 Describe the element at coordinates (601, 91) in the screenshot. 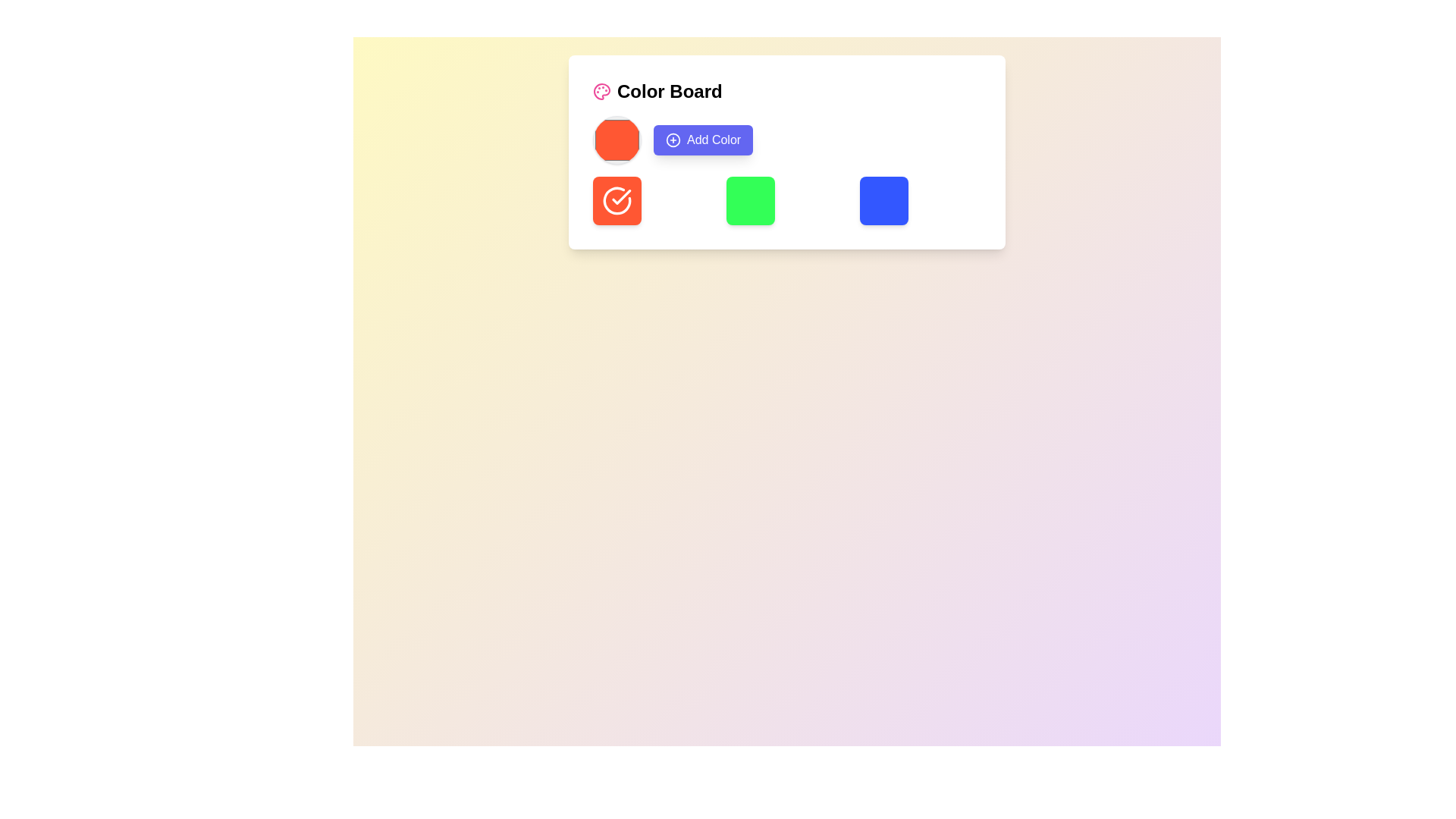

I see `the painter's palette icon with a pink outline and colorful accent dots, located in the Color Board group` at that location.